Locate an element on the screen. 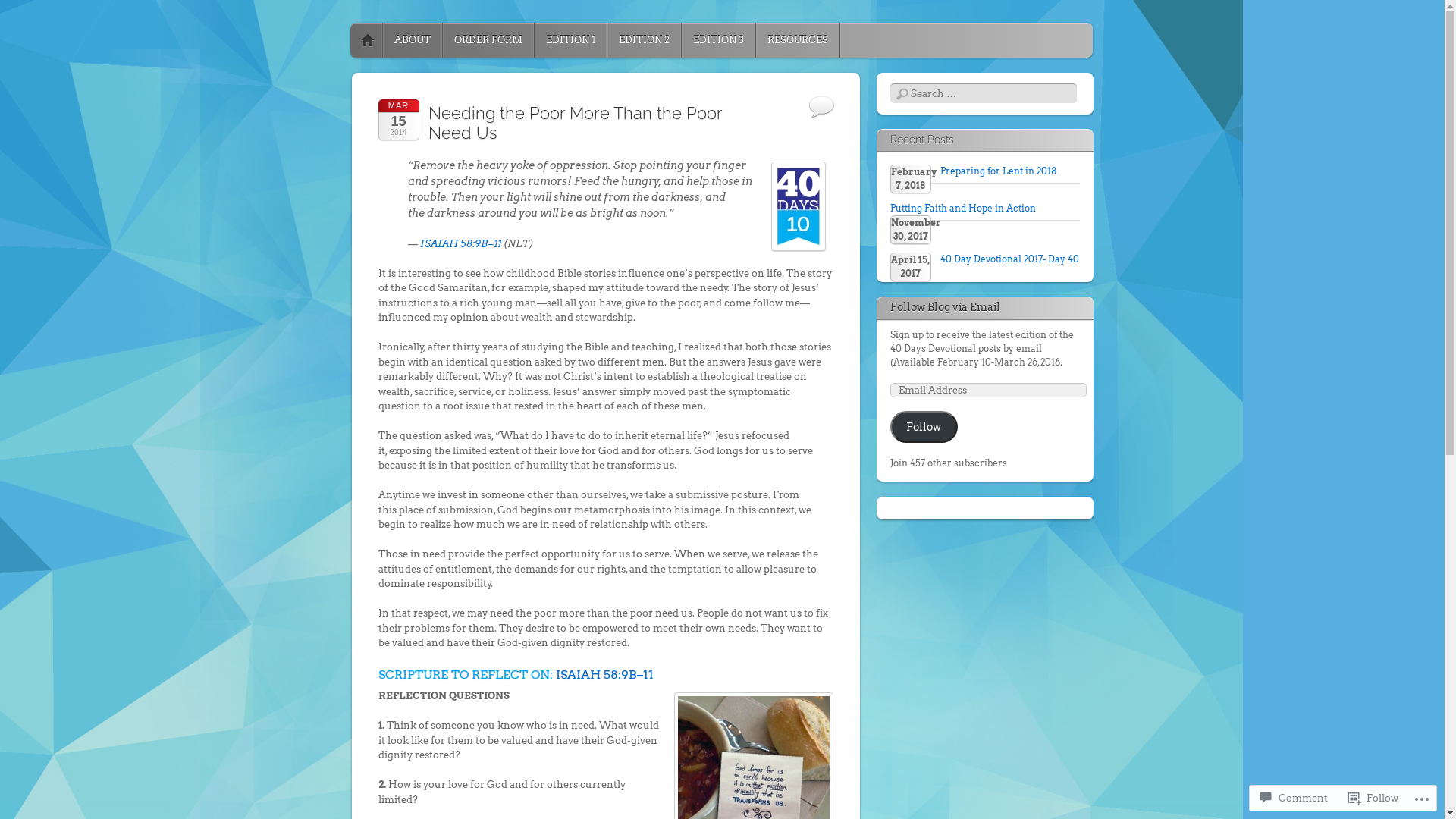 This screenshot has width=1456, height=819. 'Follow' is located at coordinates (924, 427).